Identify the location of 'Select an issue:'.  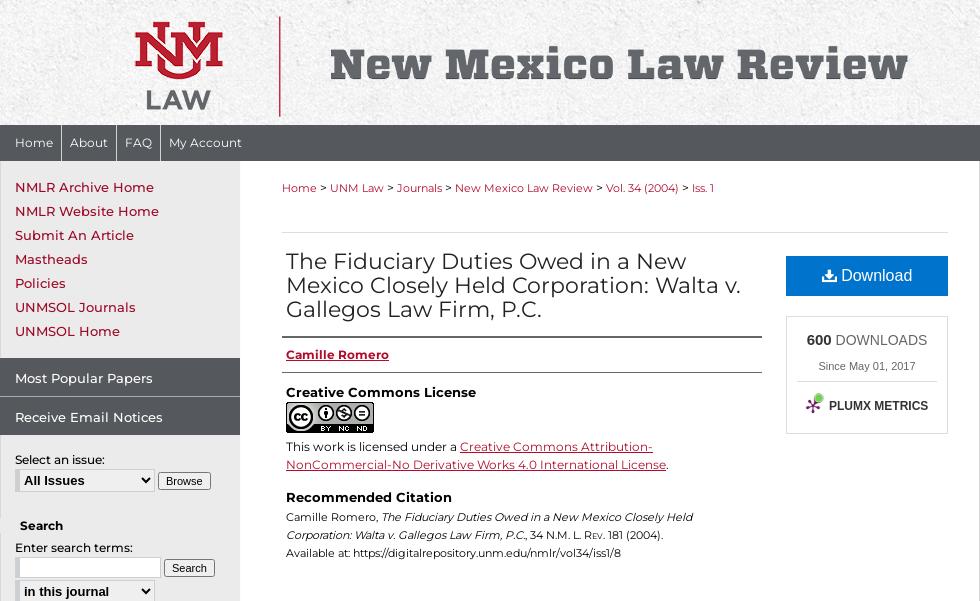
(59, 459).